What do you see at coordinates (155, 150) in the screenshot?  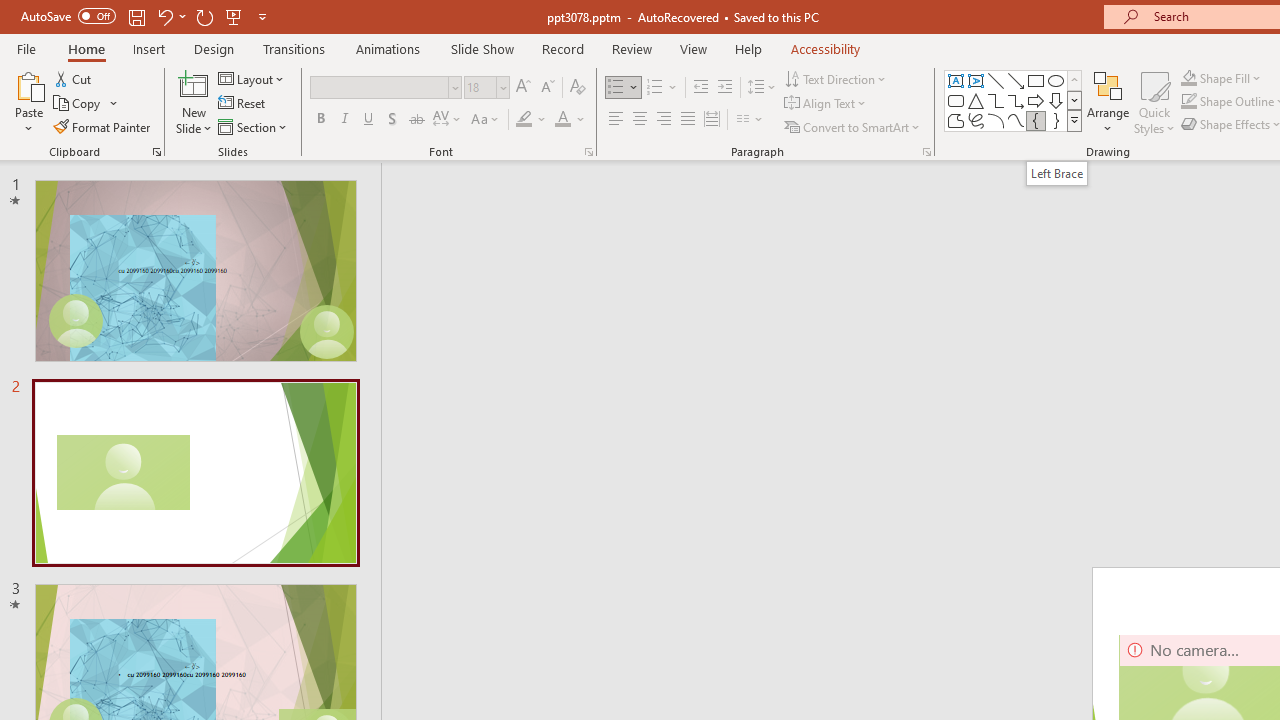 I see `'Office Clipboard...'` at bounding box center [155, 150].